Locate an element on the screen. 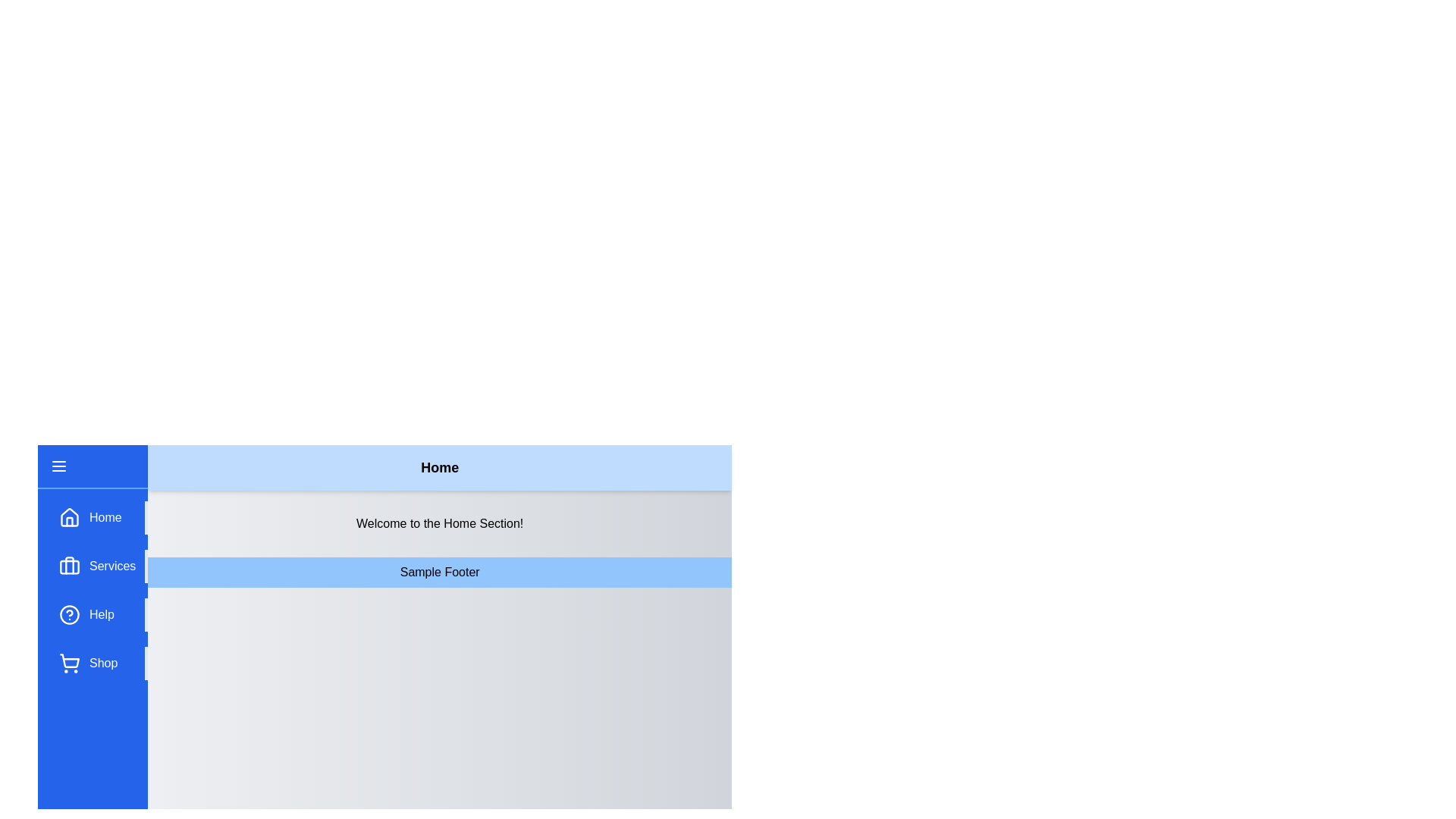 The height and width of the screenshot is (819, 1456). the header section label that identifies the content of the following section, located at the top of the vertical stack above the 'Welcome to the Home Section!' text is located at coordinates (439, 467).